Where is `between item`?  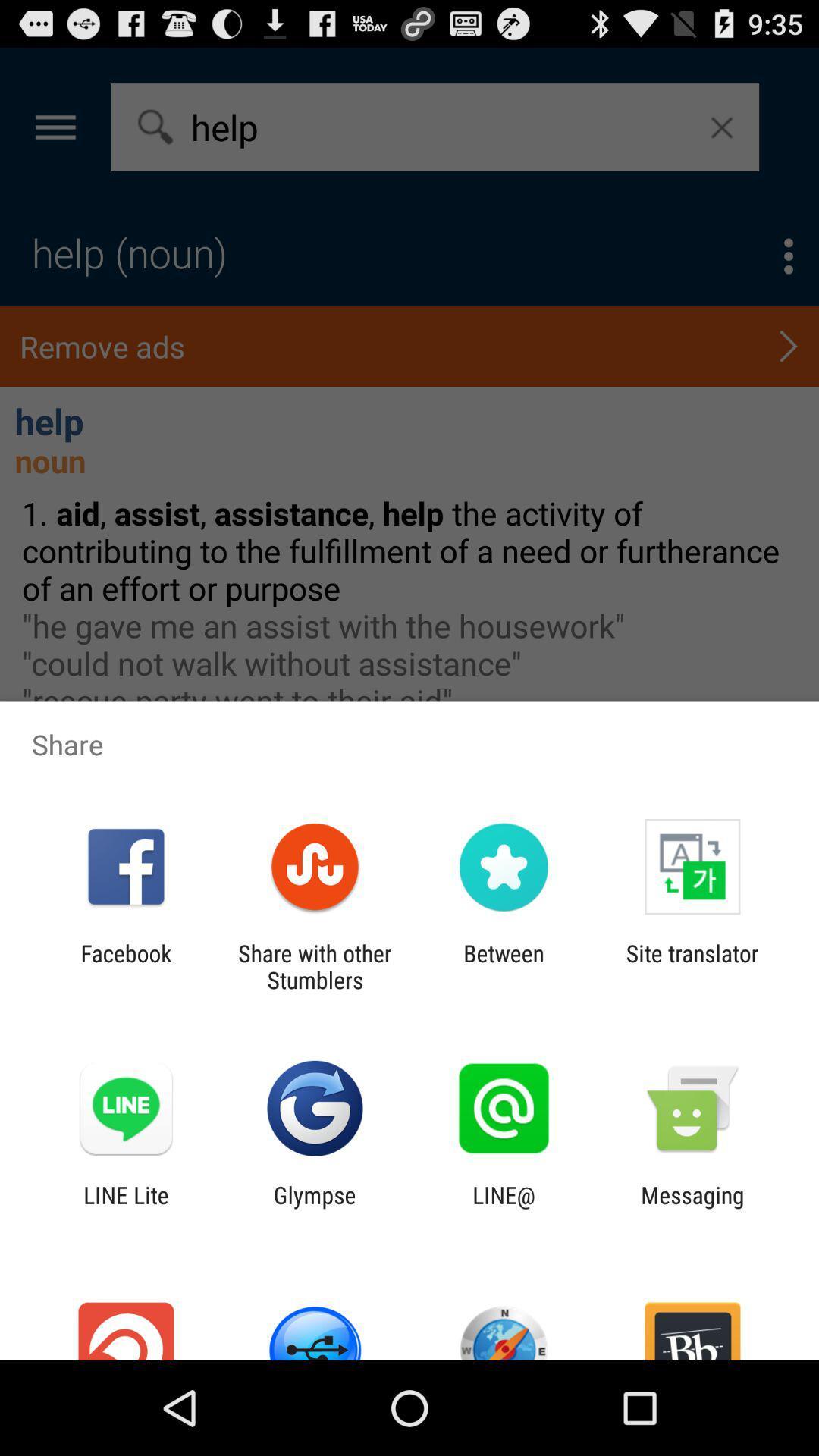 between item is located at coordinates (504, 966).